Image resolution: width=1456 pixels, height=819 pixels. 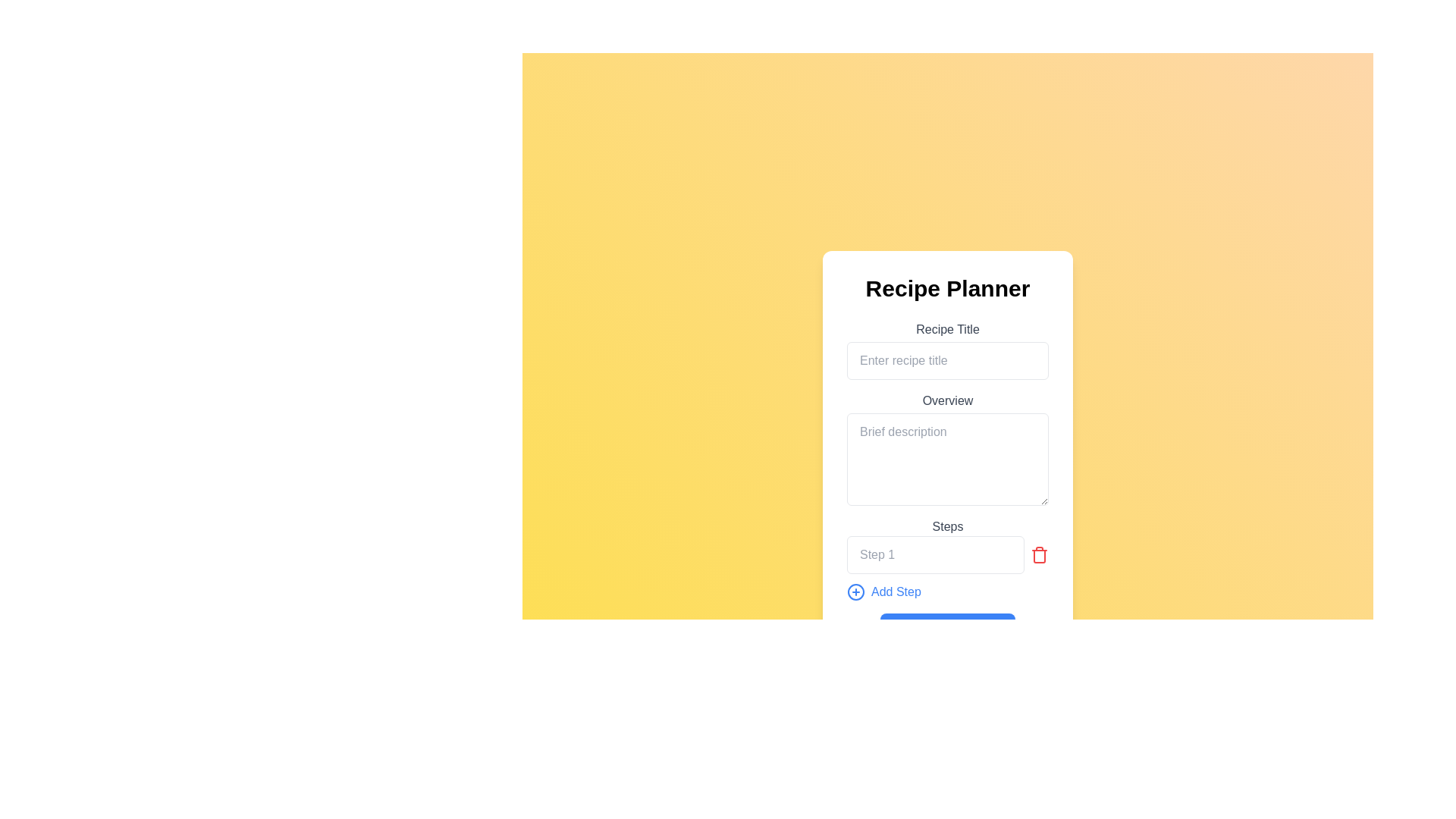 What do you see at coordinates (855, 590) in the screenshot?
I see `the circular decorative element that symbolizes the 'Add' functionality located centrally within the 'Add Step' button area at the bottom of the interface` at bounding box center [855, 590].